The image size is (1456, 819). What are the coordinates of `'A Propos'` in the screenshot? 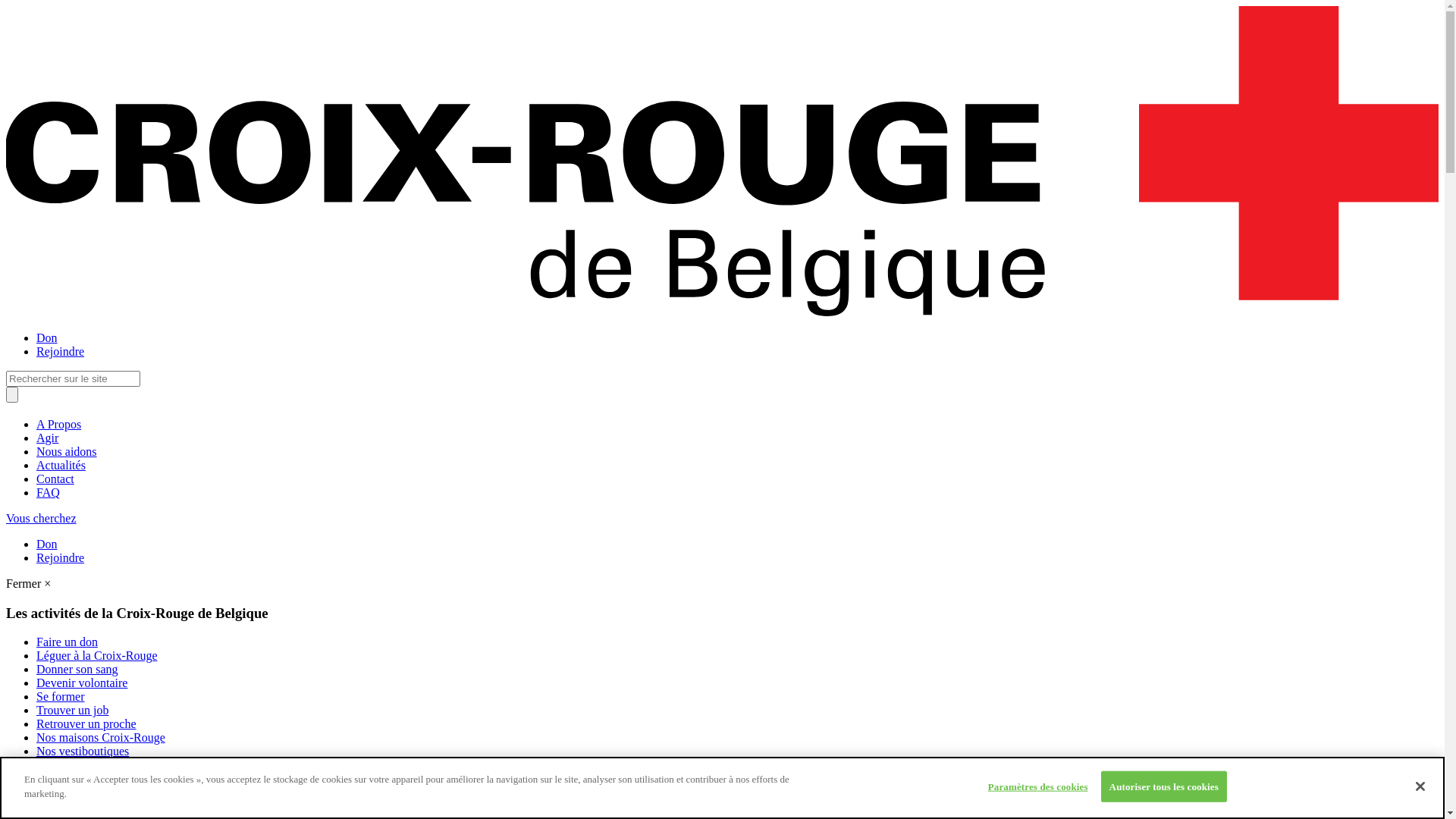 It's located at (58, 424).